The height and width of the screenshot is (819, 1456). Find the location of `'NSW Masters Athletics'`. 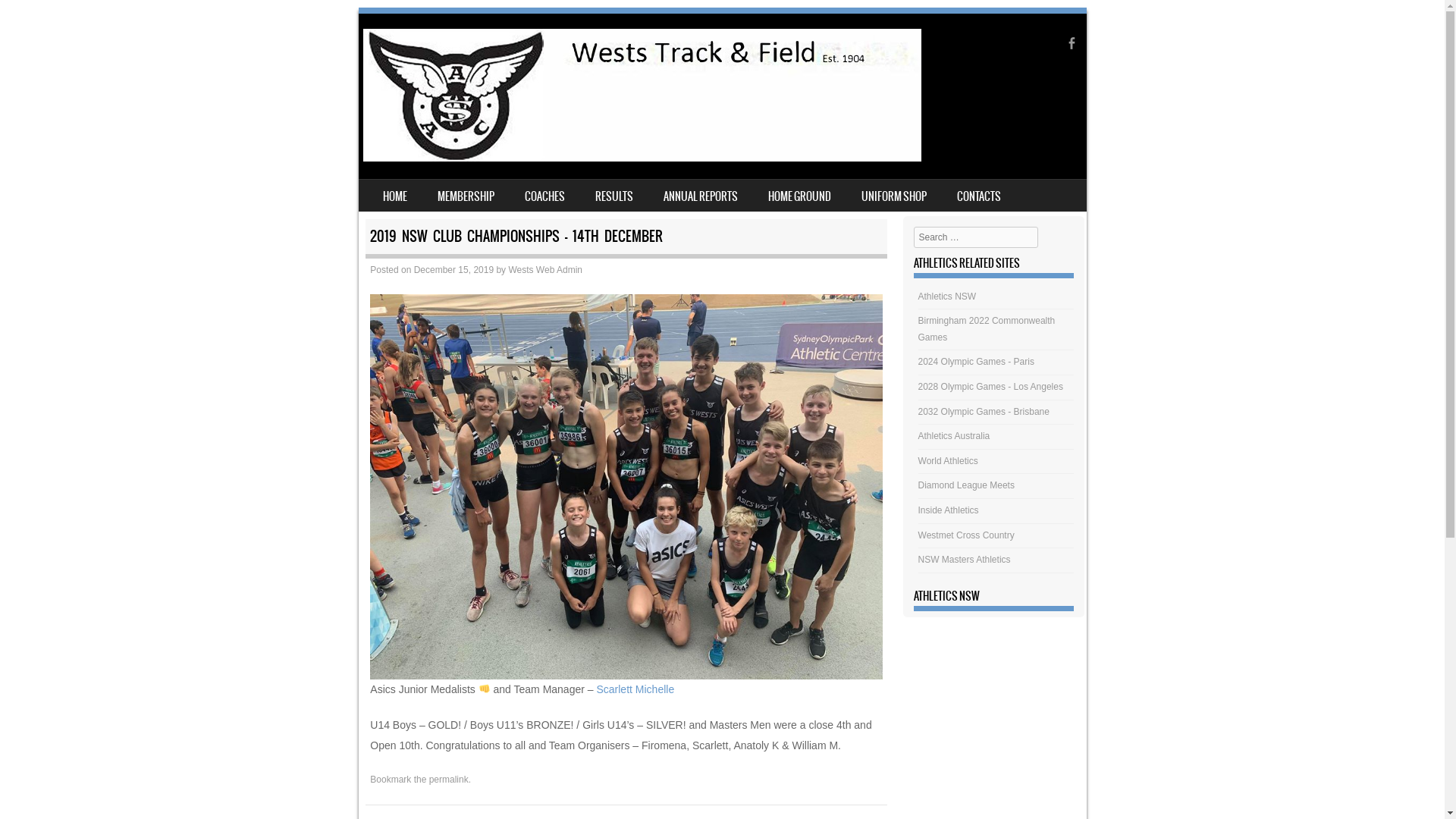

'NSW Masters Athletics' is located at coordinates (964, 559).